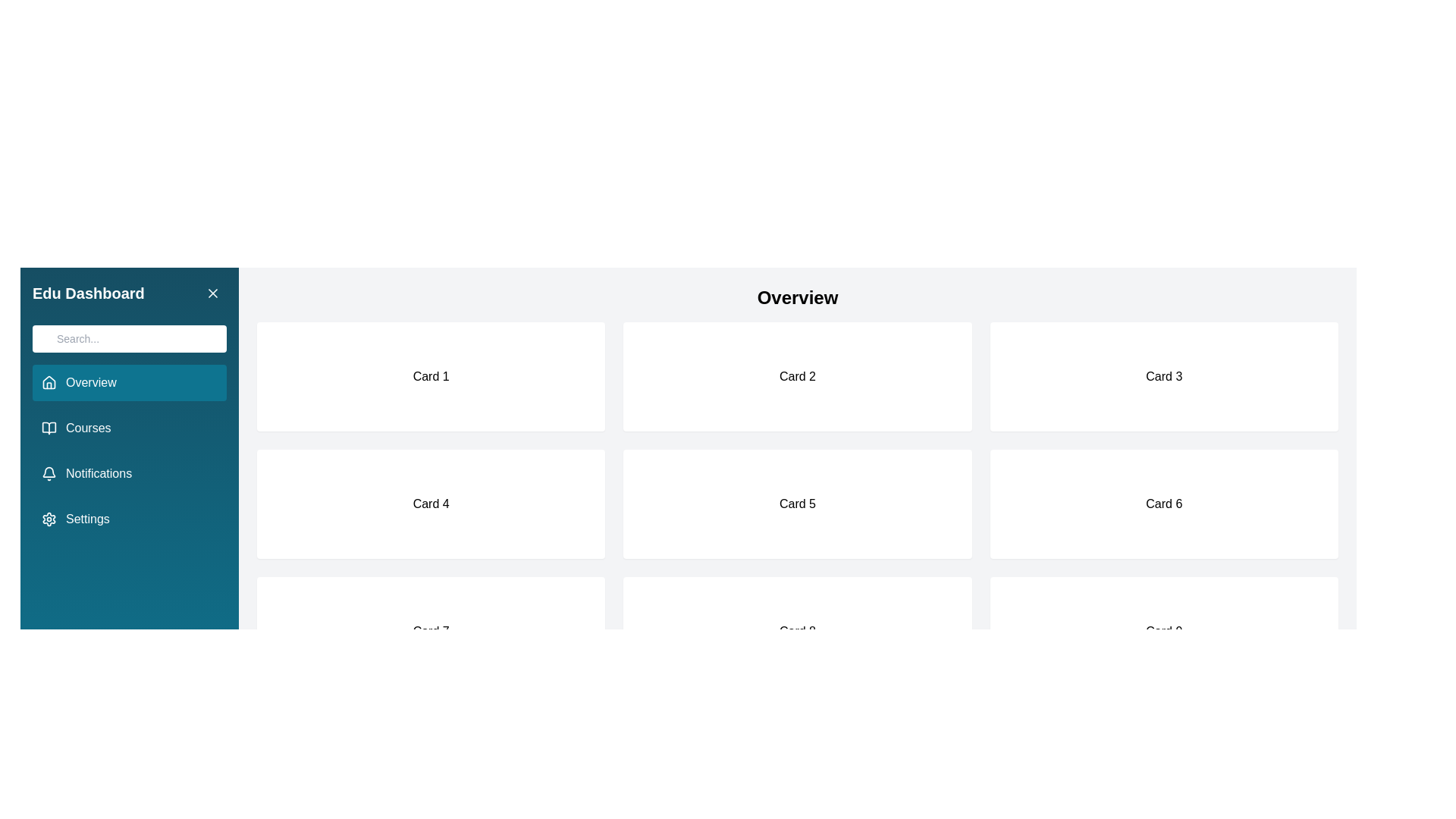 This screenshot has width=1456, height=819. Describe the element at coordinates (130, 382) in the screenshot. I see `the menu item Overview to navigate to the corresponding section` at that location.